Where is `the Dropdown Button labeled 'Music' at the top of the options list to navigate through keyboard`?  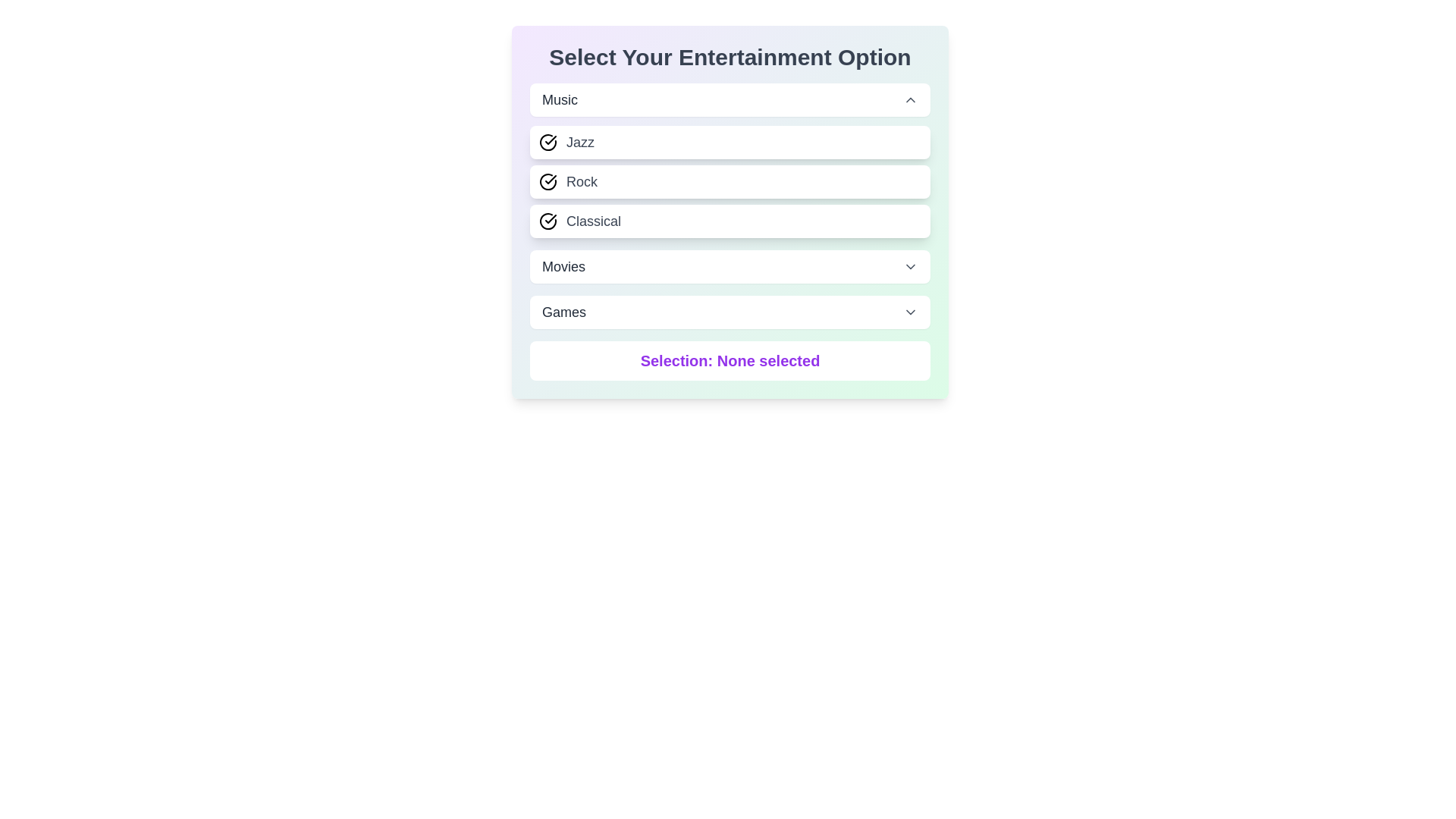
the Dropdown Button labeled 'Music' at the top of the options list to navigate through keyboard is located at coordinates (730, 99).